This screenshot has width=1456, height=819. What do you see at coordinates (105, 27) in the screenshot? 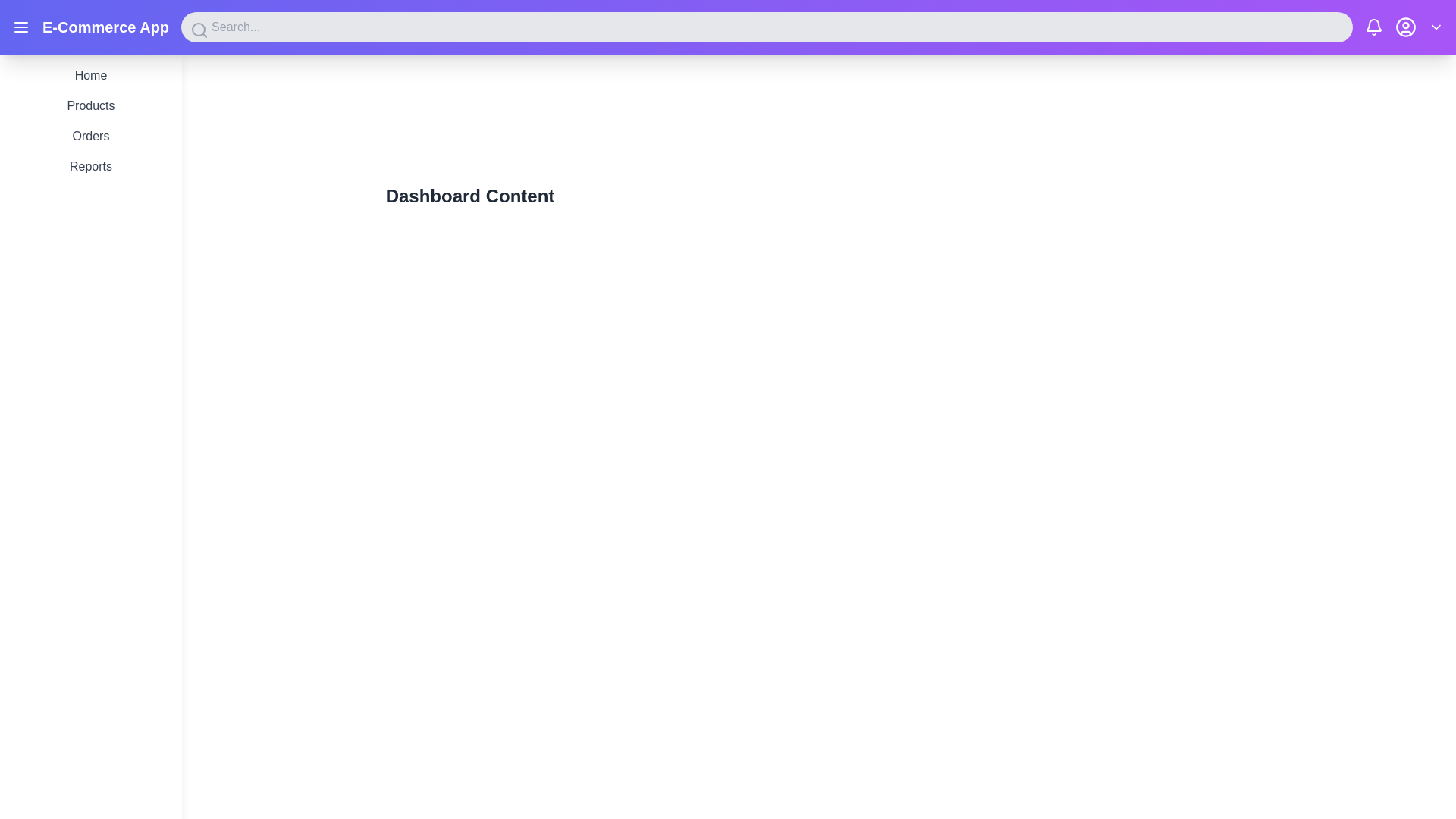
I see `the text label located in the header section of the application, which serves as a title or identification label` at bounding box center [105, 27].